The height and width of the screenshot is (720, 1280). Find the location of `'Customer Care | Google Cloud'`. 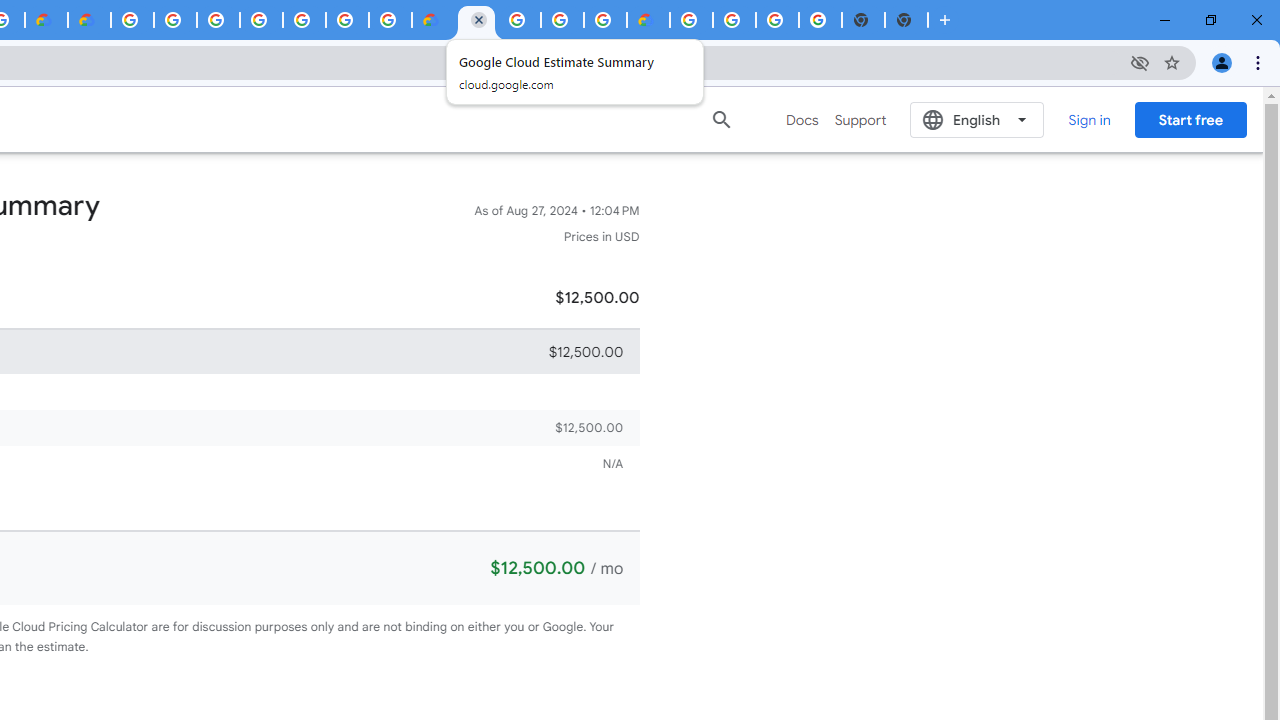

'Customer Care | Google Cloud' is located at coordinates (432, 20).